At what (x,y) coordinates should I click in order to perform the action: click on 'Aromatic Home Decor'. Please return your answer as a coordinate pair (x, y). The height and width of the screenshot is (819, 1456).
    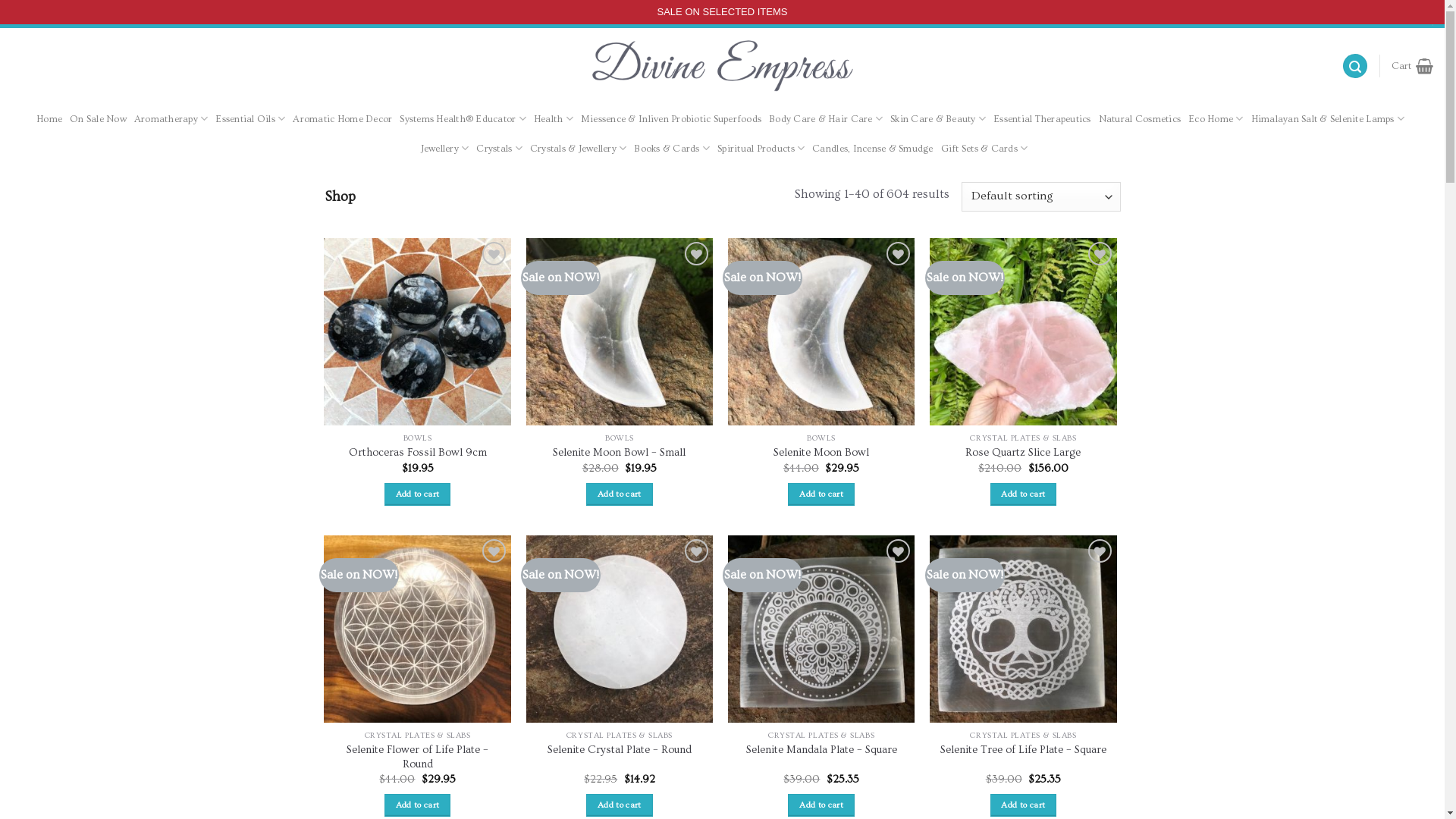
    Looking at the image, I should click on (341, 118).